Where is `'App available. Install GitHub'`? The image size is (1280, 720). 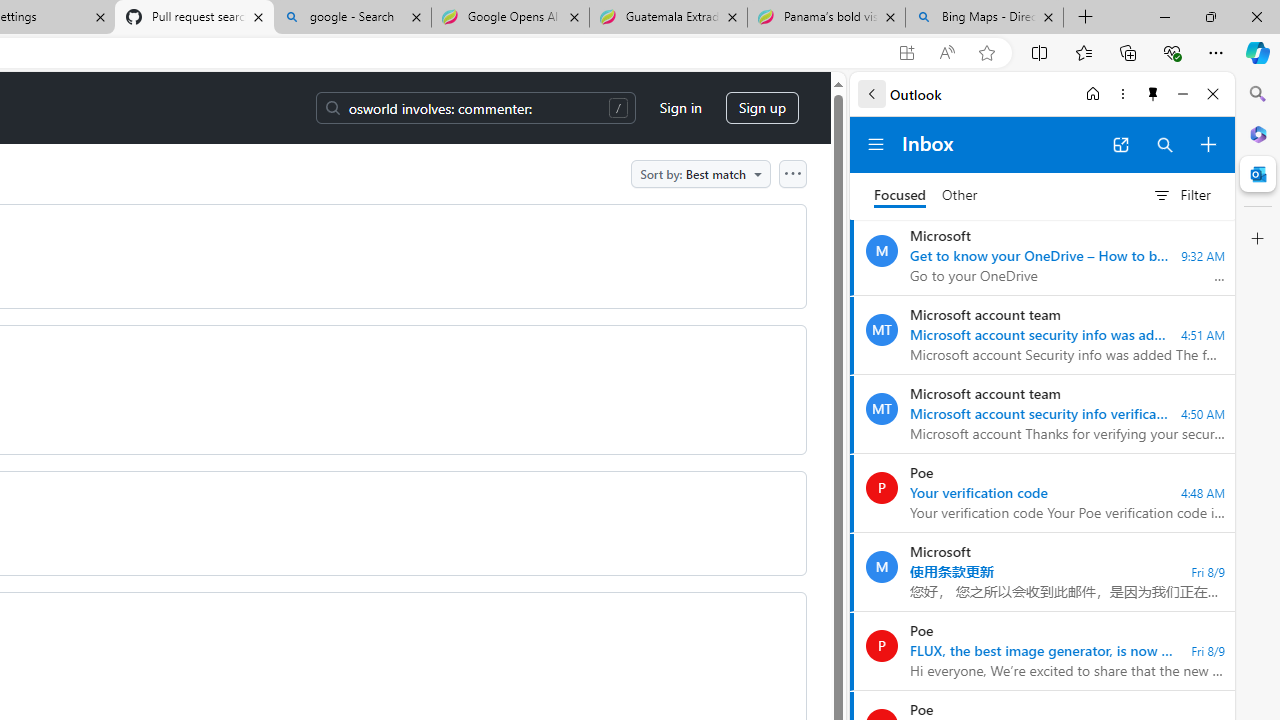 'App available. Install GitHub' is located at coordinates (905, 52).